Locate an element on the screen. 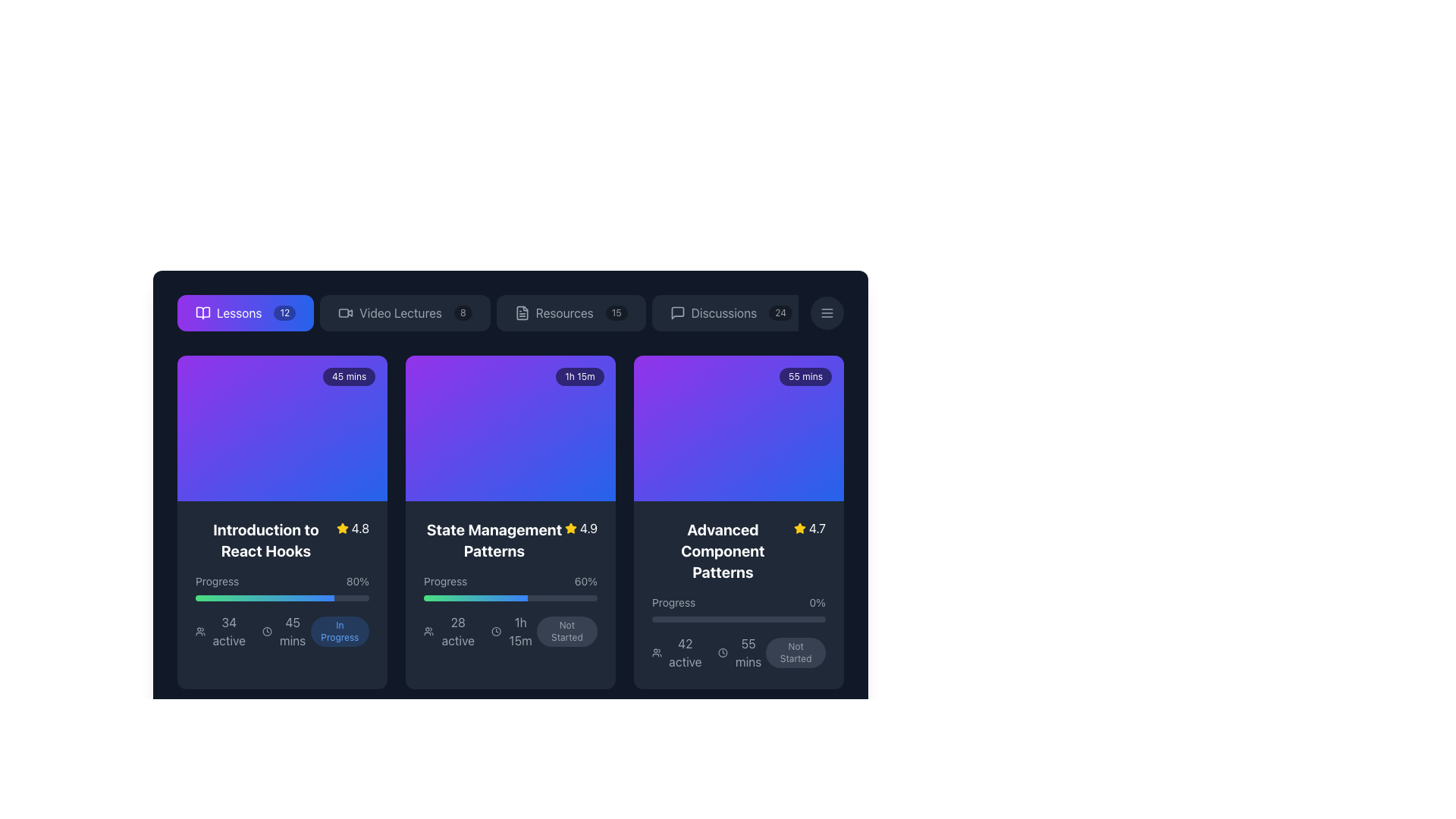  the button that navigates to the 'Video Lectures' section, positioned between the 'Lessons' tab and the 'Resources' tab is located at coordinates (404, 312).